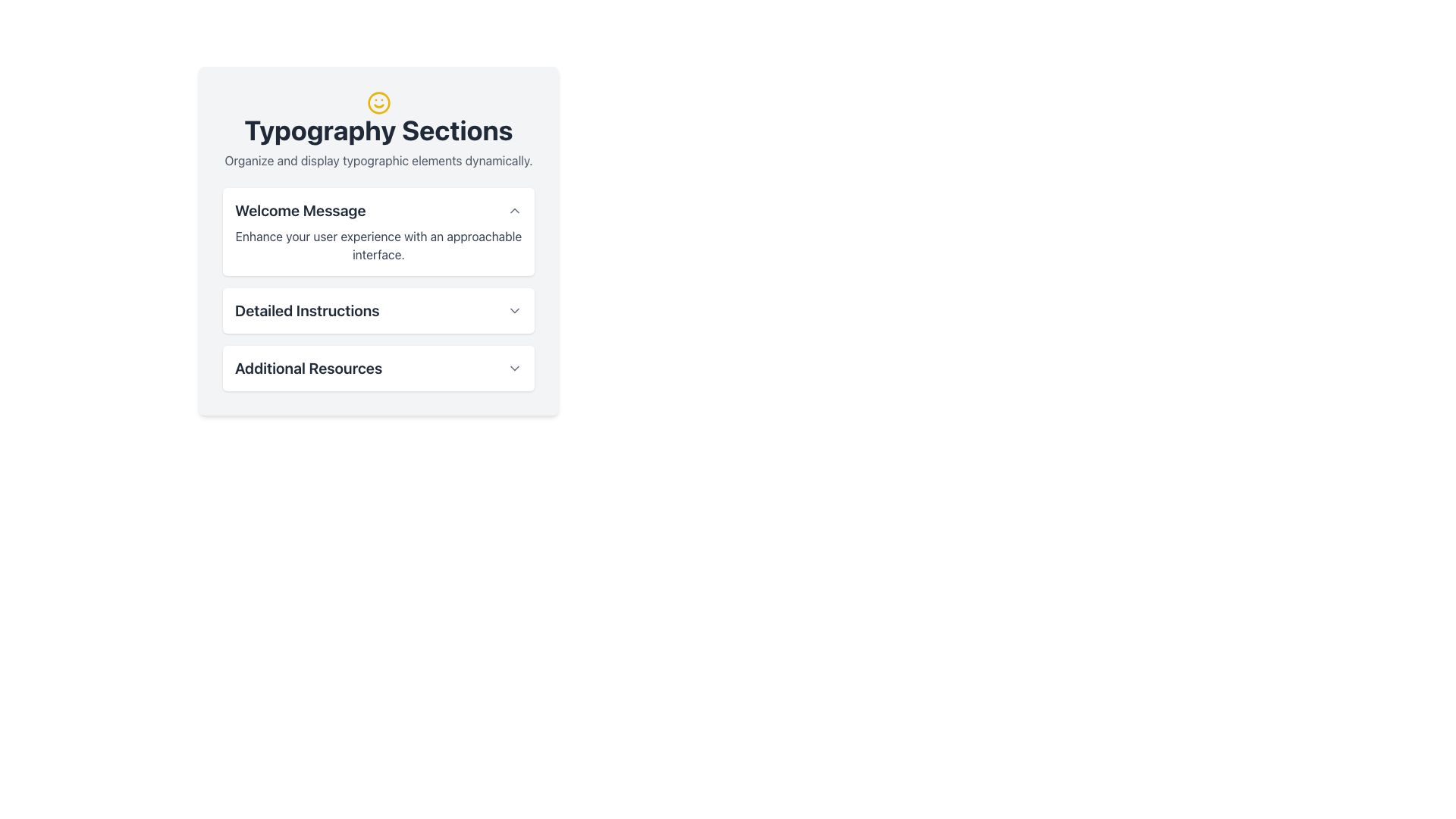 This screenshot has width=1456, height=819. Describe the element at coordinates (300, 210) in the screenshot. I see `the Text Label that serves as a descriptive title for the 'Welcome Message' section, positioned at the top of the collapsible section` at that location.